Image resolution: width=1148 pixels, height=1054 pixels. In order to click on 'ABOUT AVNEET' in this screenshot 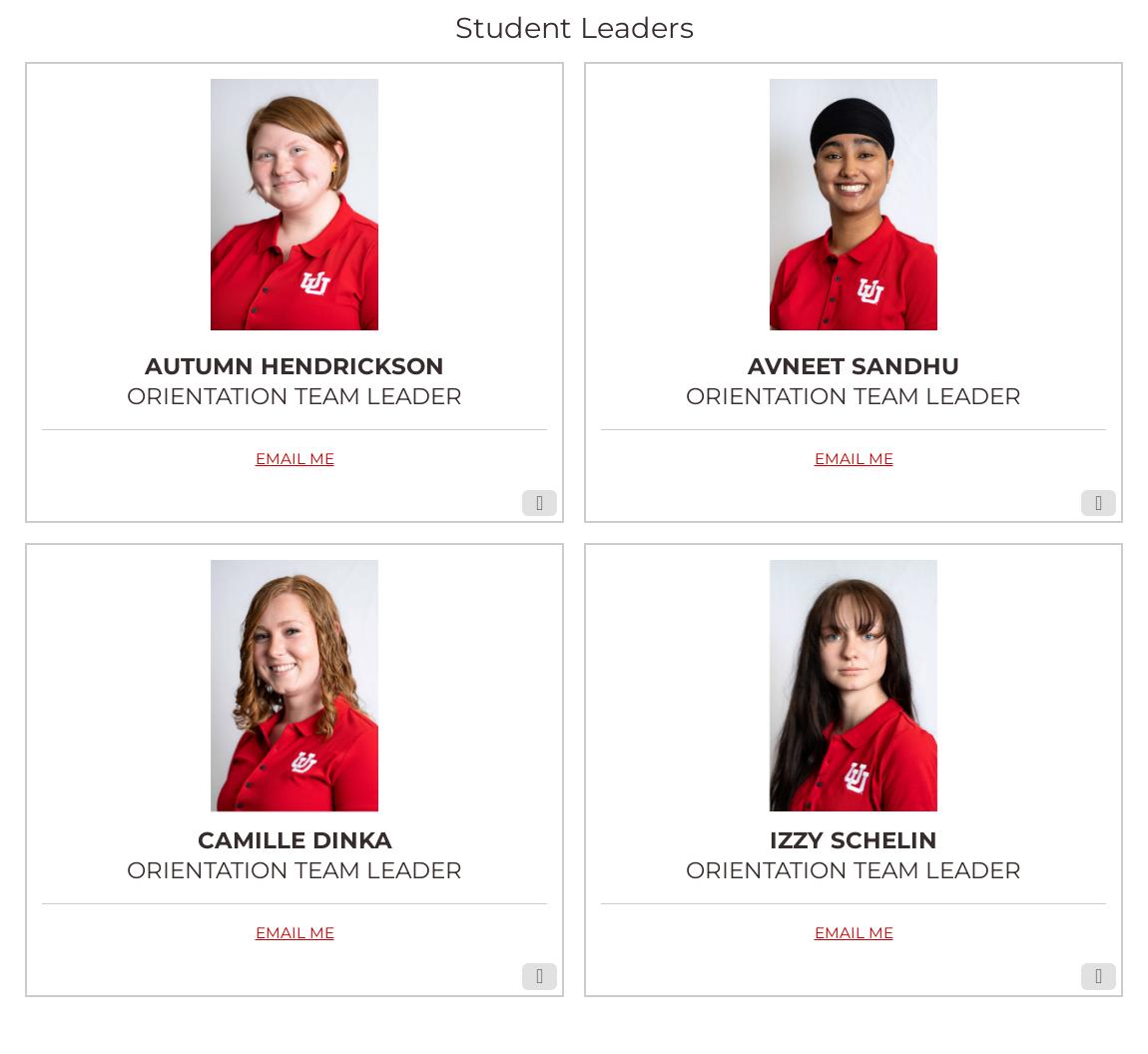, I will do `click(852, 88)`.